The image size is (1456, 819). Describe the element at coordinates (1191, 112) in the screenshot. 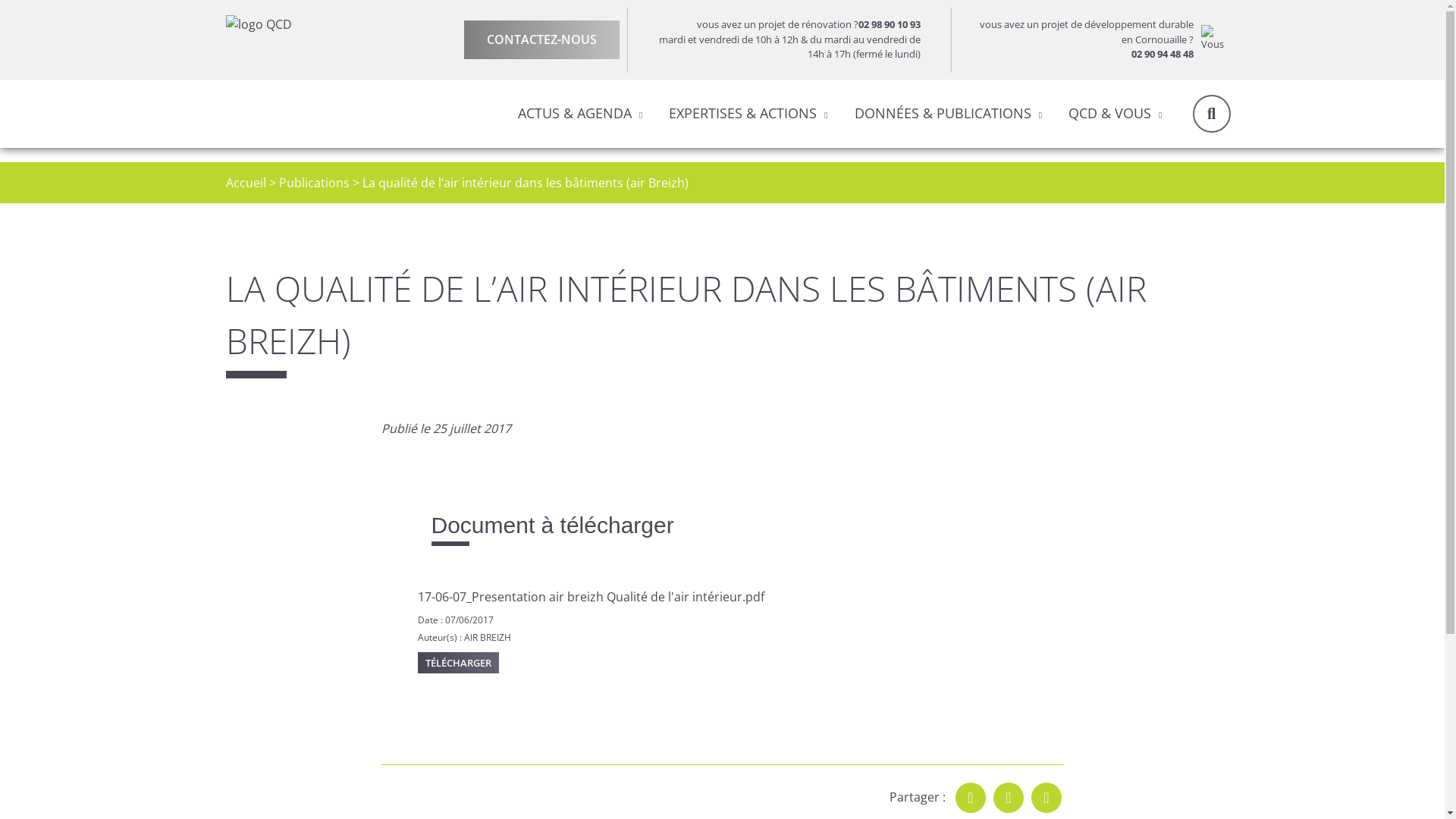

I see `'Recherche'` at that location.